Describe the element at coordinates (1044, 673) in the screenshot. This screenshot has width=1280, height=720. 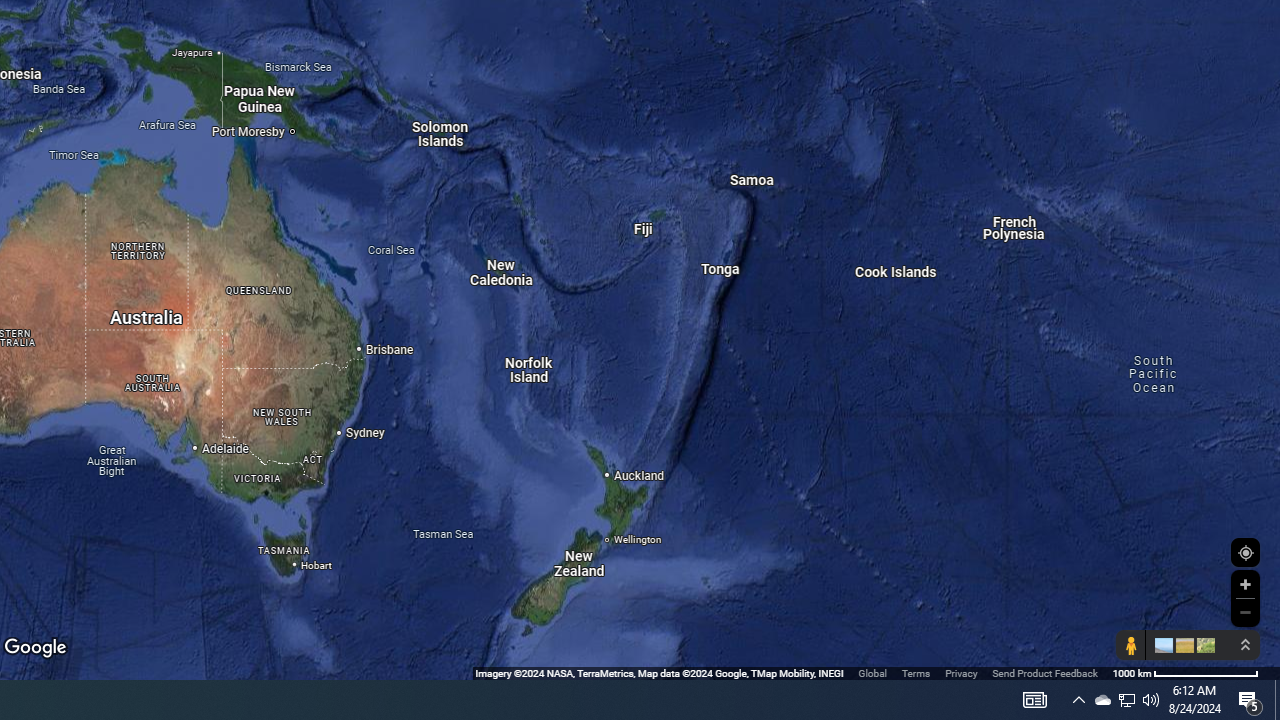
I see `'Send Product Feedback'` at that location.